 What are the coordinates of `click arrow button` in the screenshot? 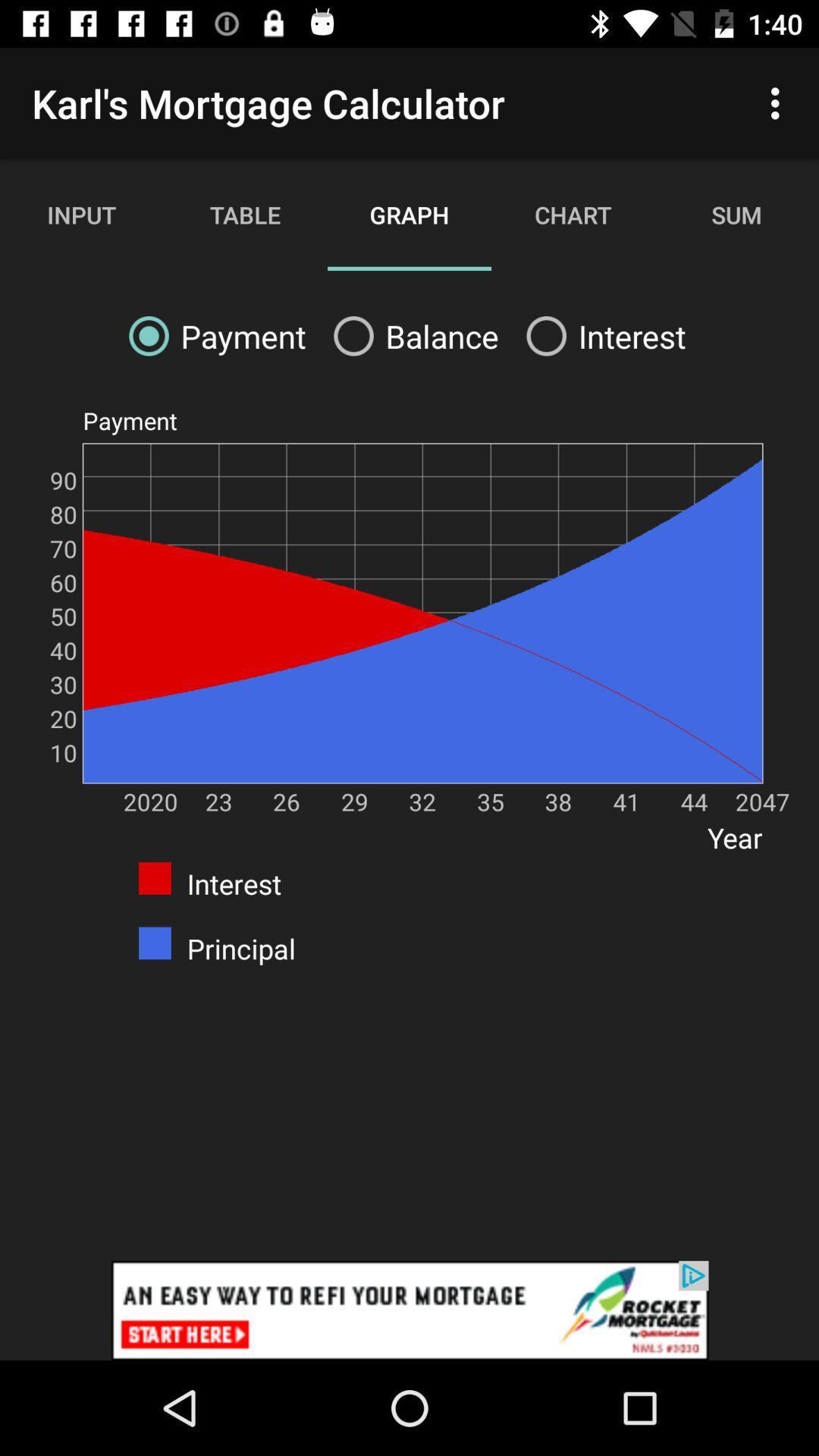 It's located at (409, 1310).